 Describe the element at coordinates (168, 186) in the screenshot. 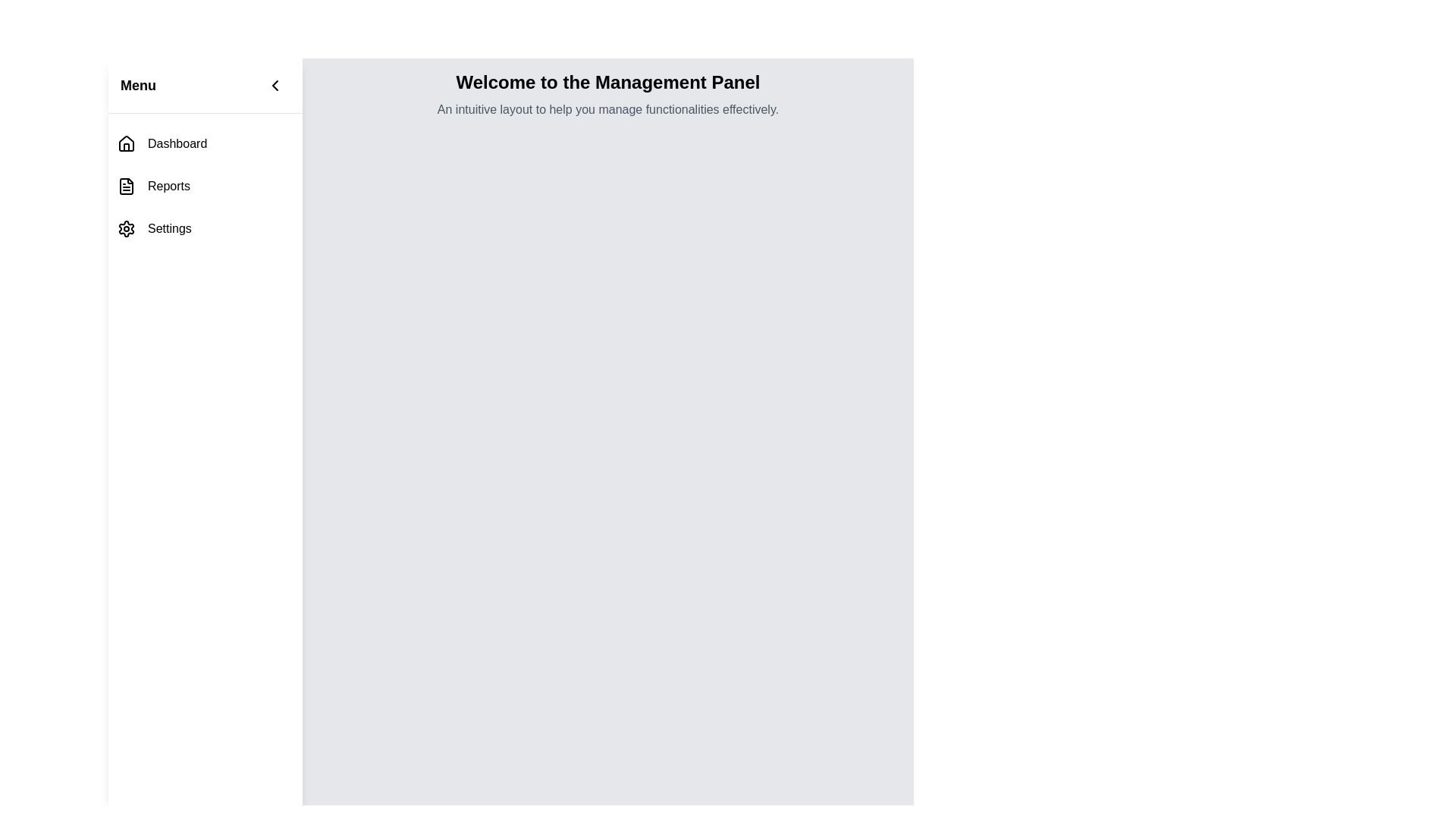

I see `the 'Reports' navigation item, which is the second item in the vertical sidebar list` at that location.